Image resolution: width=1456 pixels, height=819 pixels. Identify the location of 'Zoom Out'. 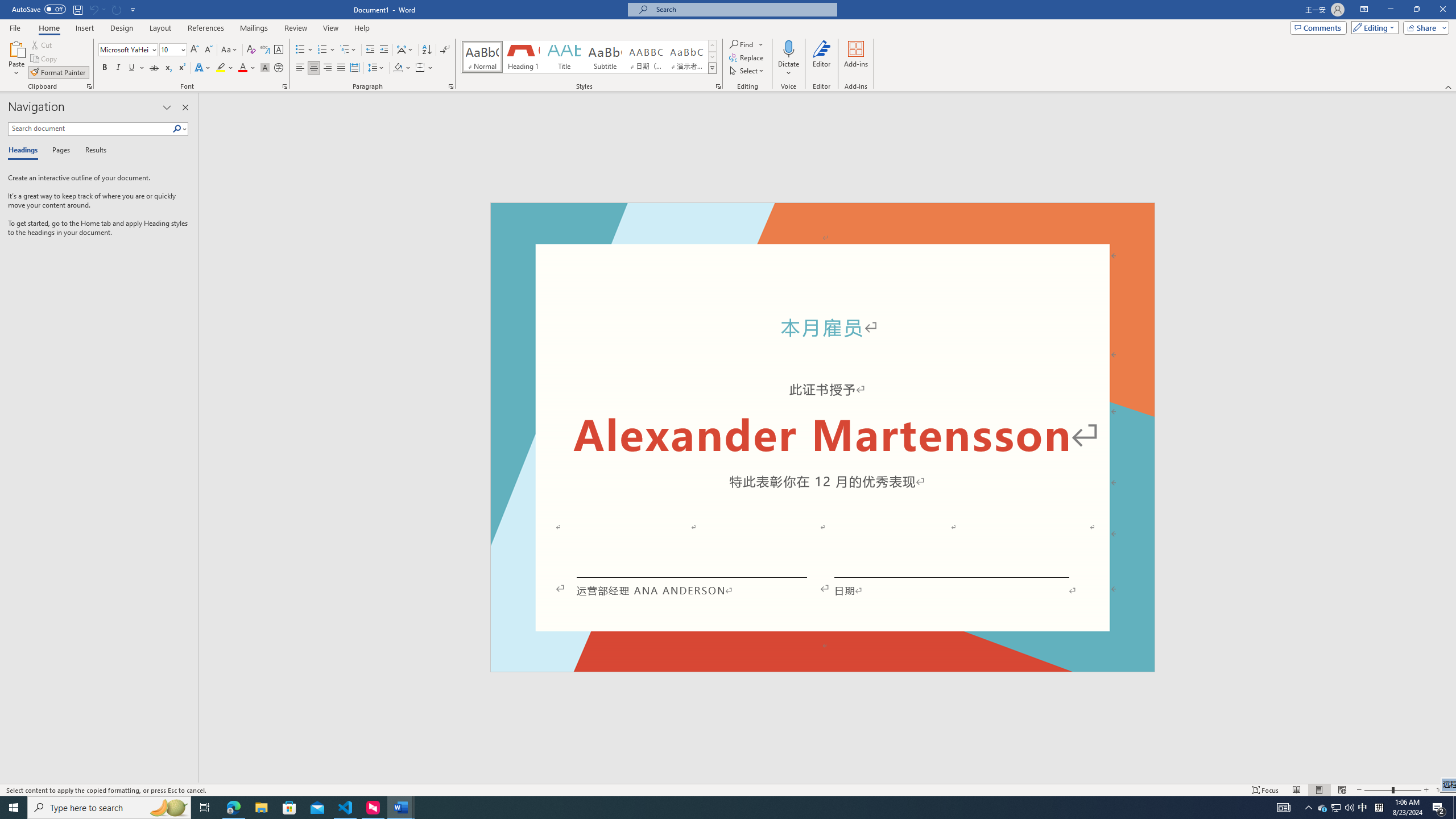
(1378, 790).